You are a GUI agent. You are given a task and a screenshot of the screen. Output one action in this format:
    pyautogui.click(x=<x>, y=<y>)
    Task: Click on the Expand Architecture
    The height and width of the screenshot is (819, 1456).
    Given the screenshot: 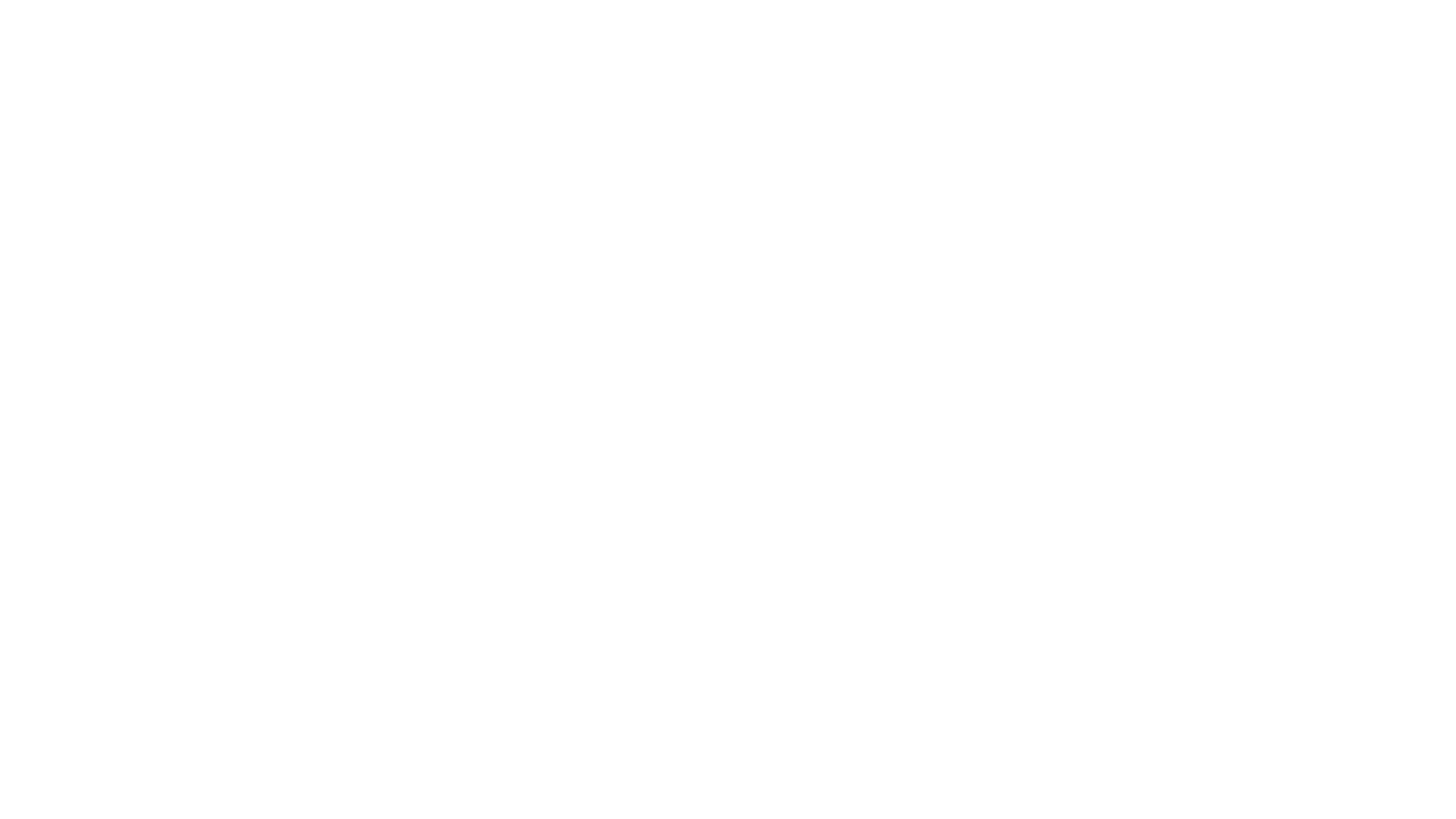 What is the action you would take?
    pyautogui.click(x=169, y=656)
    